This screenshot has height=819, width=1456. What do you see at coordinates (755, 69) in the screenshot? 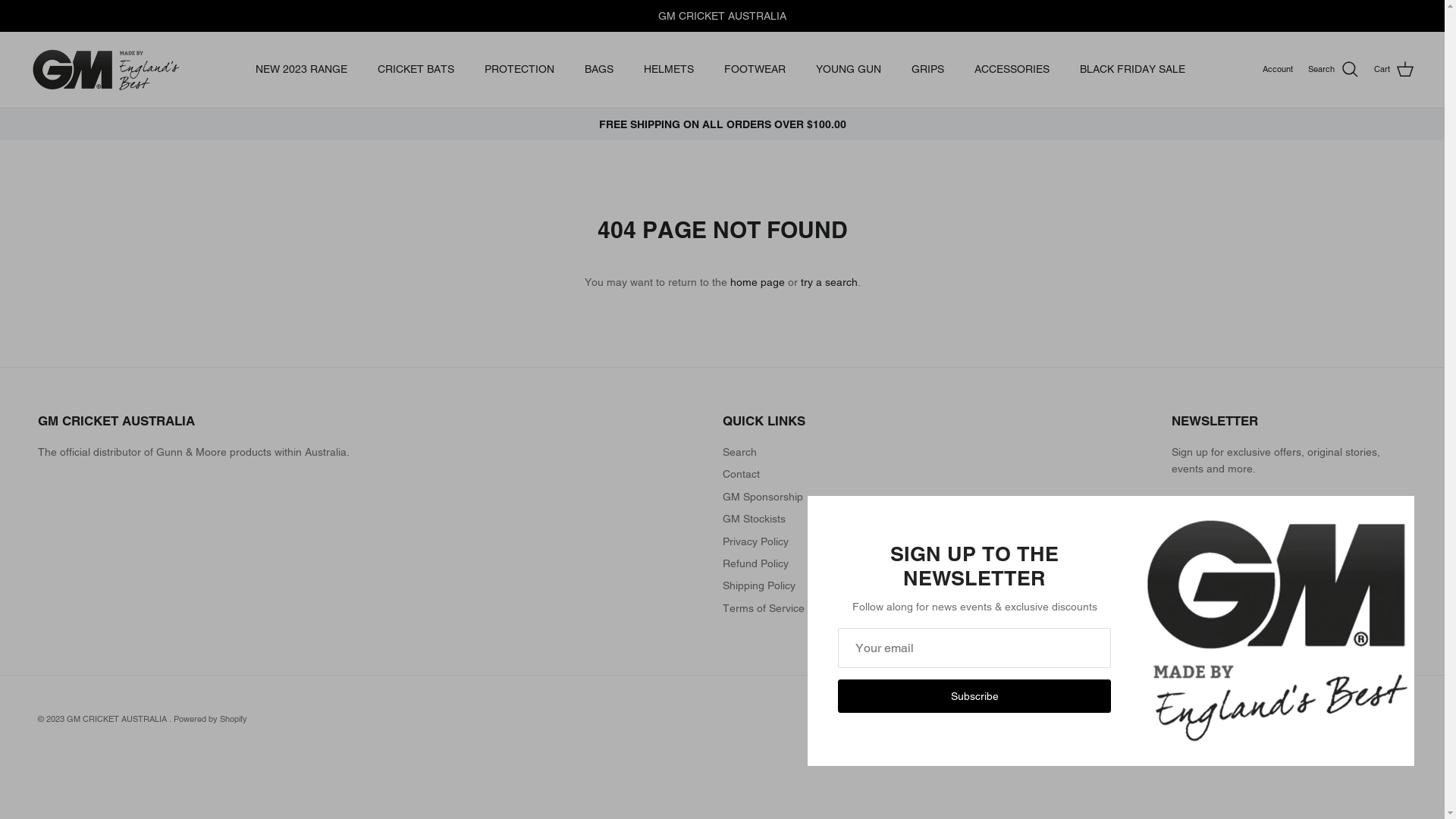
I see `'FOOTWEAR'` at bounding box center [755, 69].